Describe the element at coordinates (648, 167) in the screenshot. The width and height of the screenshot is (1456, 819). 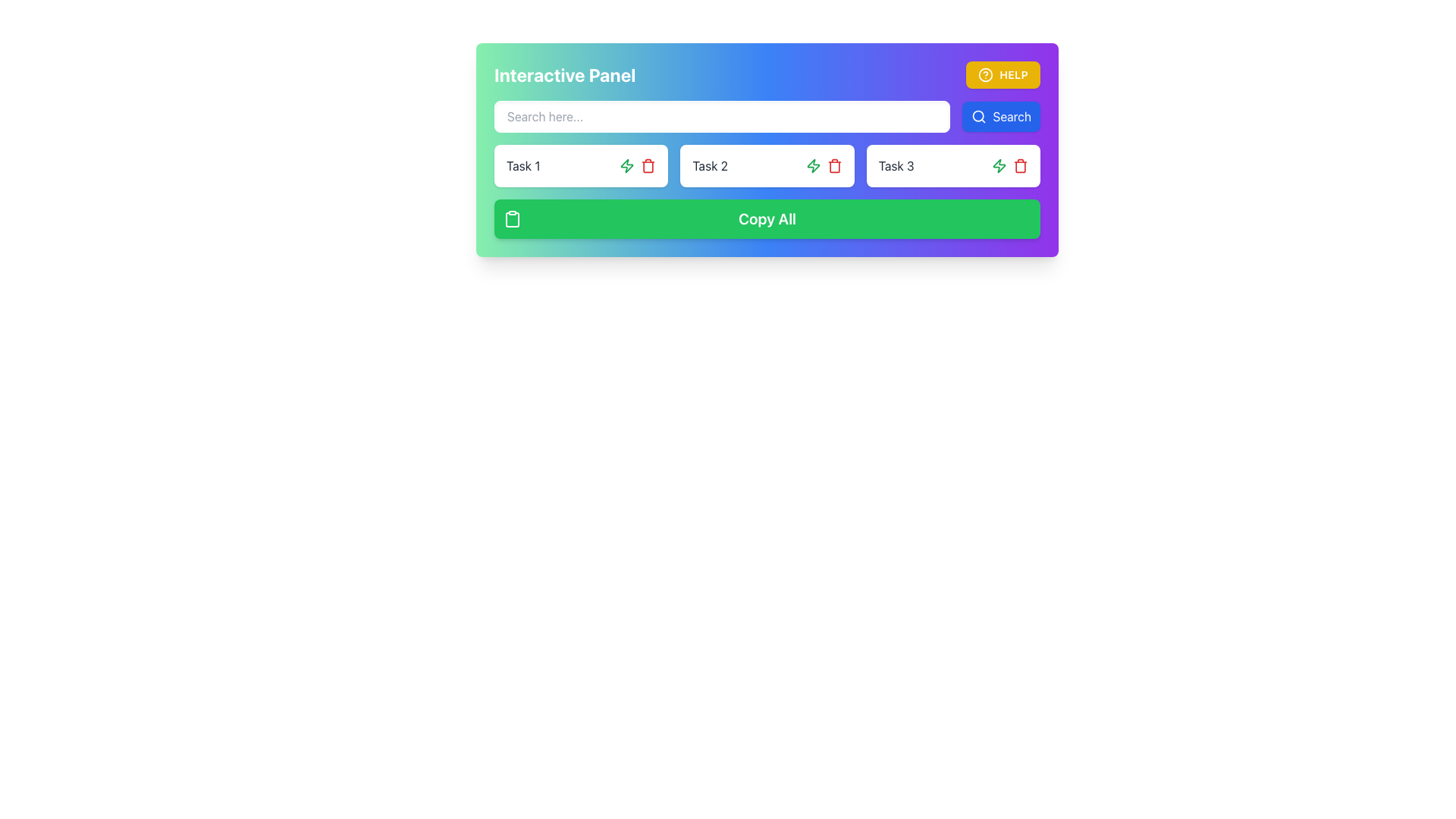
I see `the red trash bin icon, which signifies deletion functionality, located adjacent to Task 2 in the Interactive Panel` at that location.